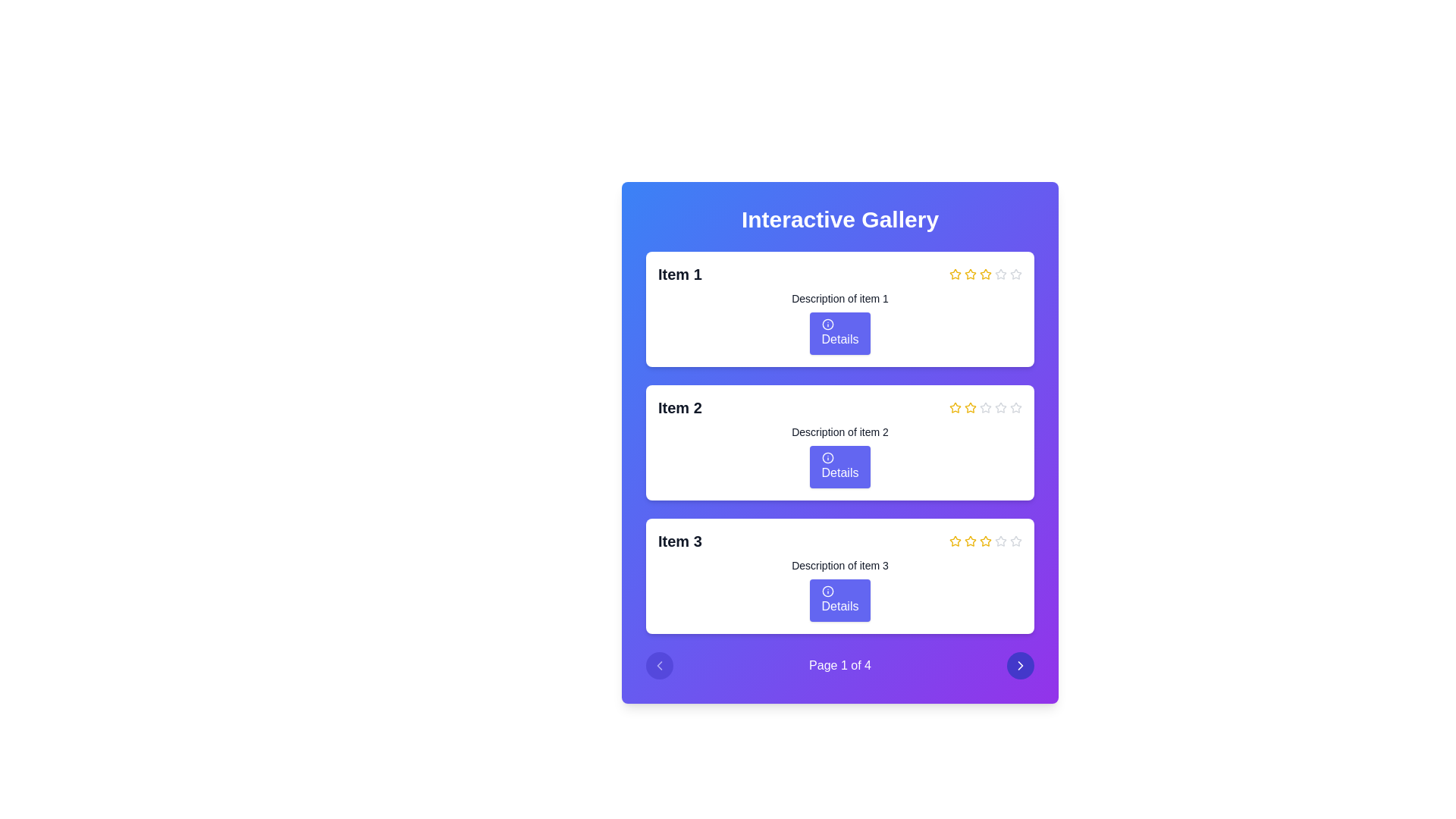 The image size is (1456, 819). Describe the element at coordinates (839, 432) in the screenshot. I see `text of the label displaying 'Description of item 2', which is located below the 'Item 2' heading and above the 'Details' button` at that location.